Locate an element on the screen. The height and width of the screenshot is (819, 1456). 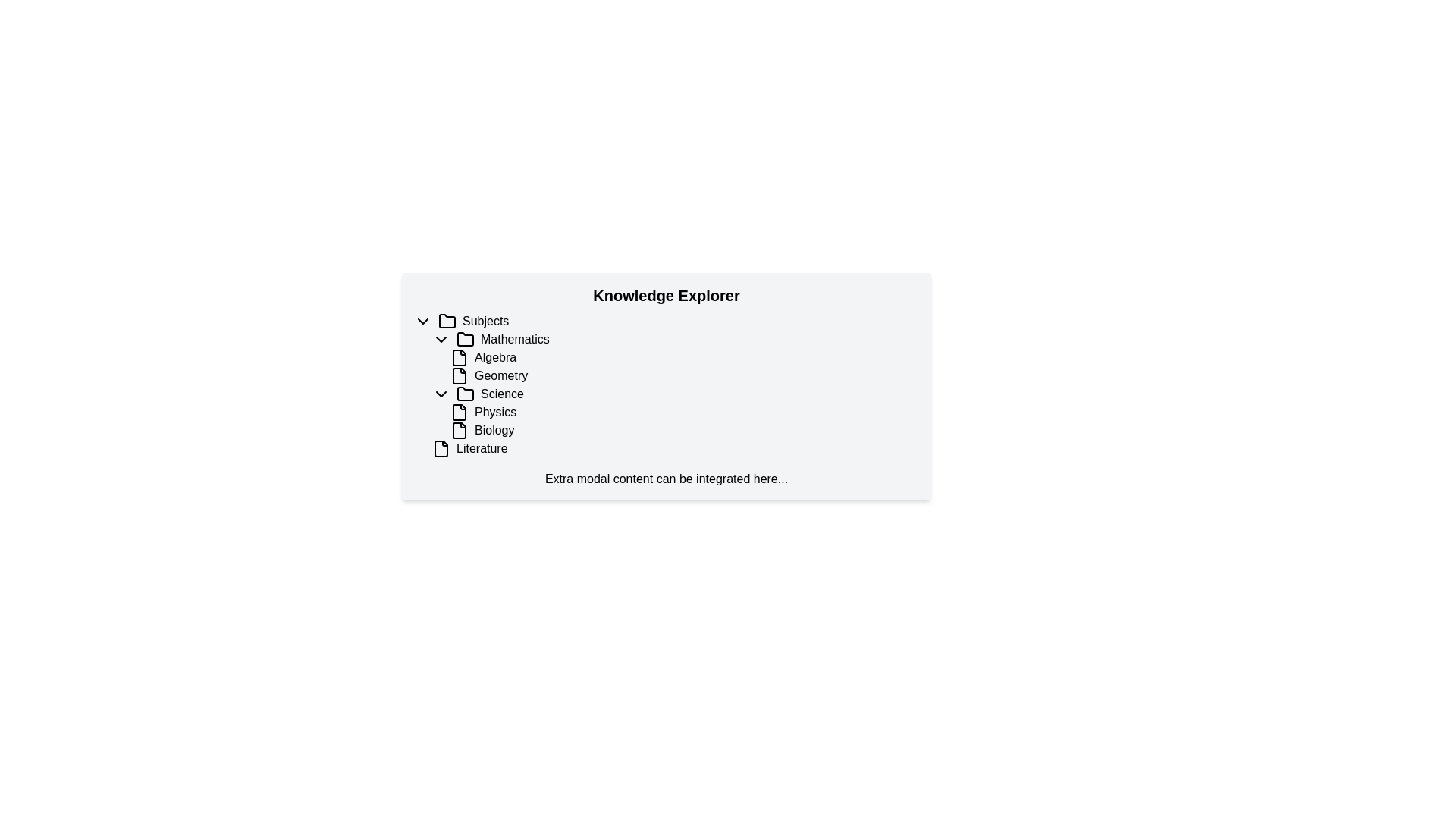
the small folder icon with rounded edges located to the left of the text reading 'Mathematics' is located at coordinates (465, 338).